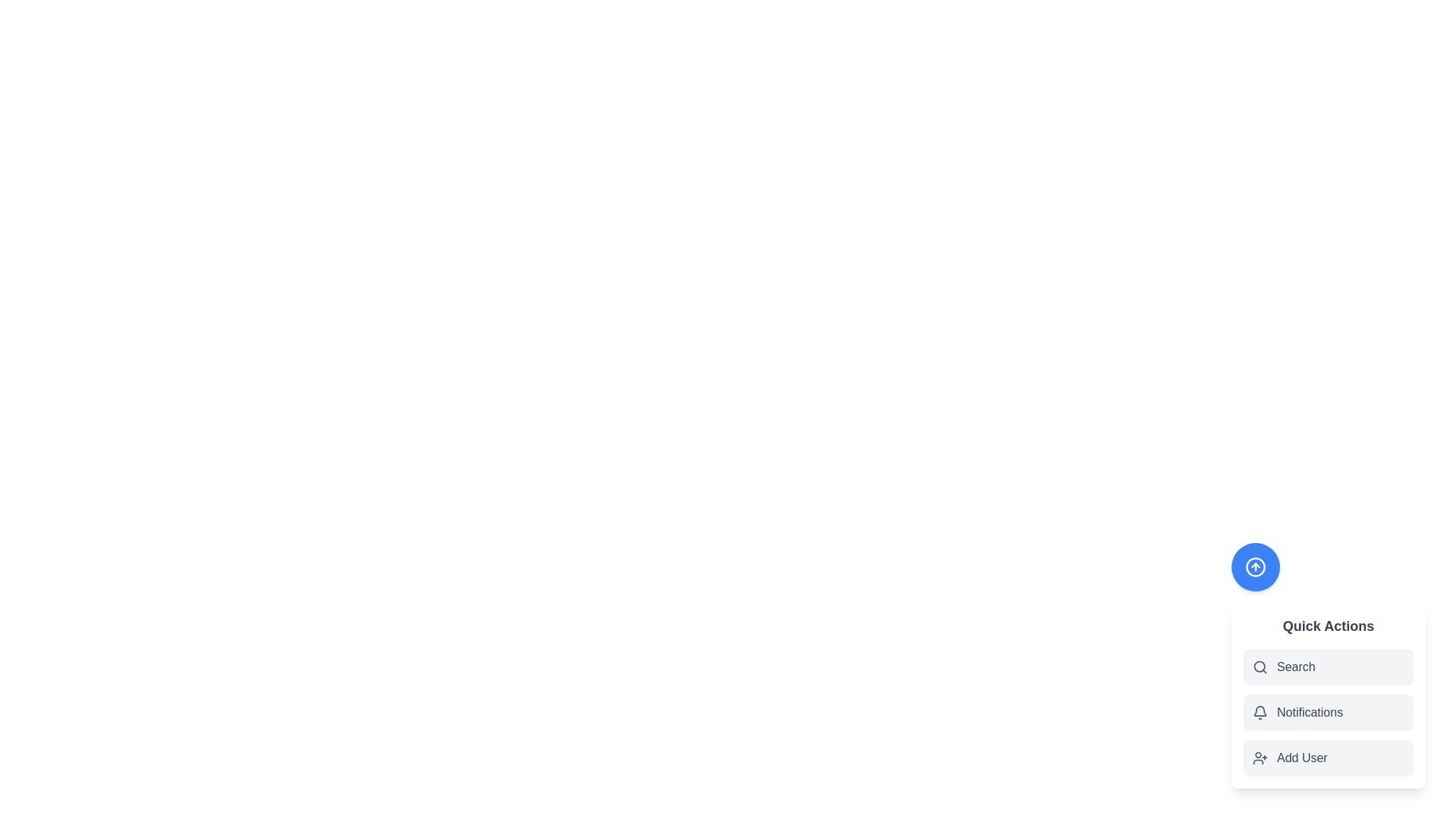 The height and width of the screenshot is (819, 1456). I want to click on the 'Notifications' text label, which is styled in gray and located to the right of the bell icon within the 'Quick Actions' card, so click(1309, 713).